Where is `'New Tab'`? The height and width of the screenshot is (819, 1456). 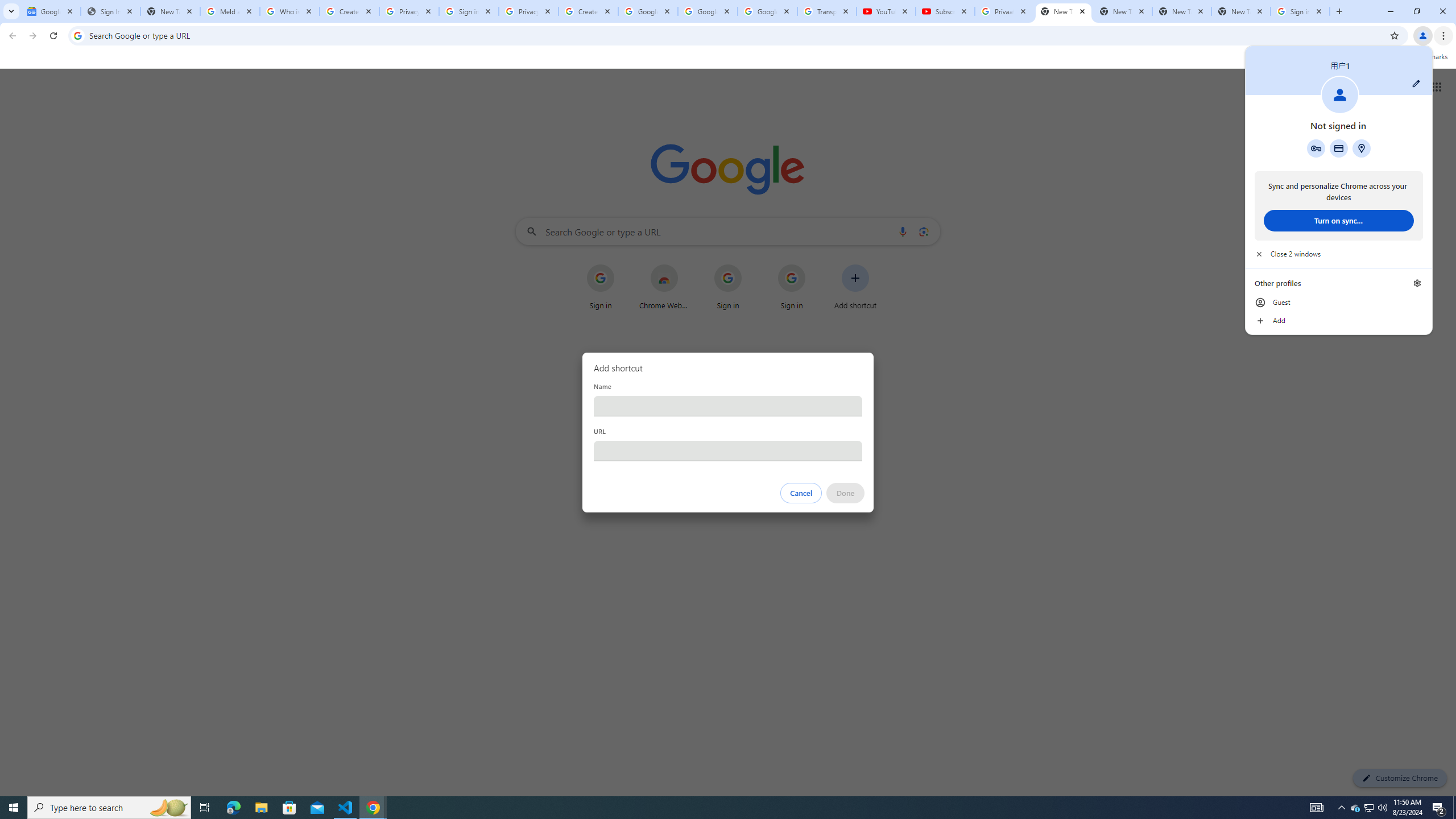
'New Tab' is located at coordinates (1064, 11).